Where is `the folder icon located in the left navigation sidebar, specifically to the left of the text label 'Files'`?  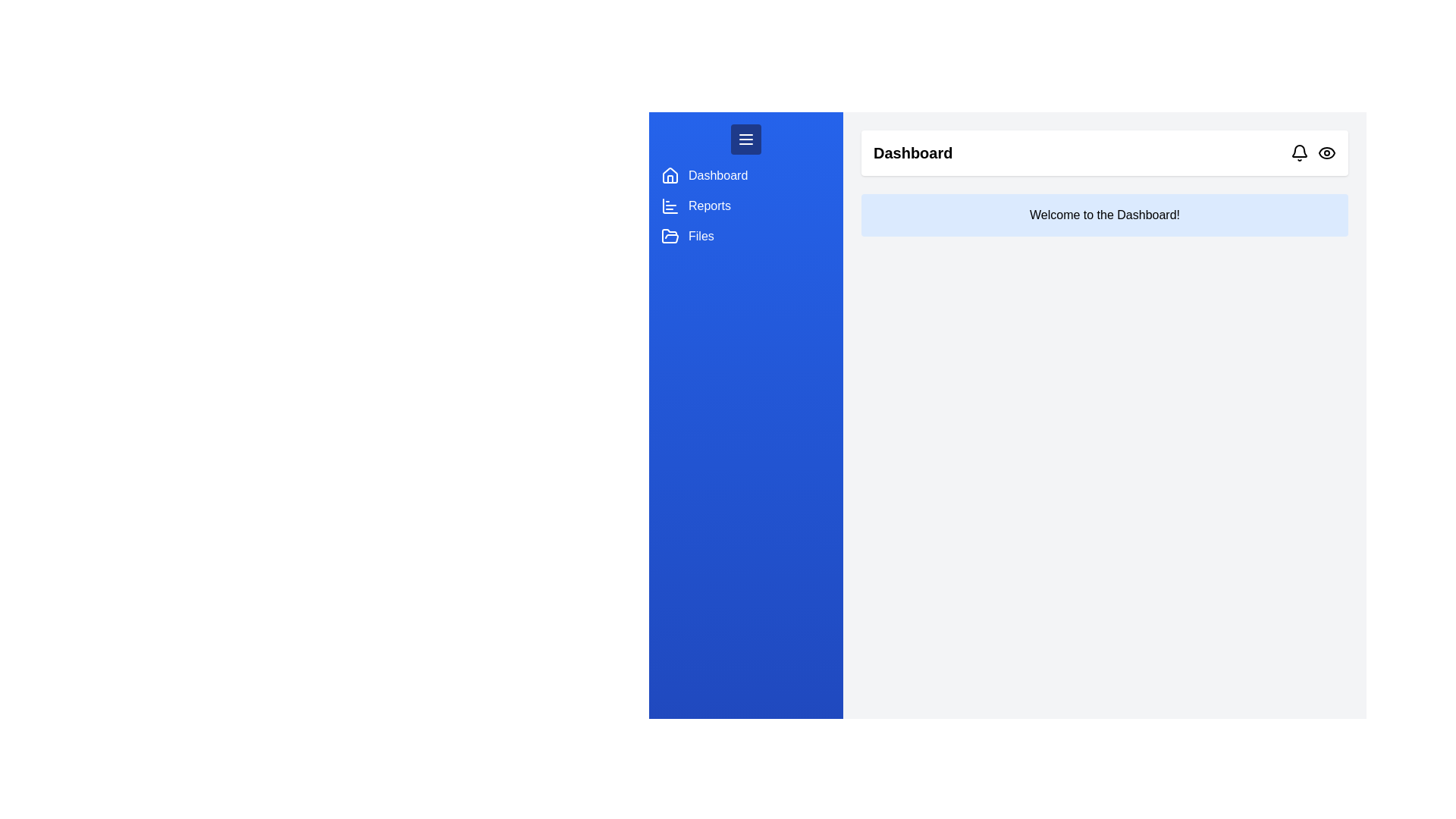 the folder icon located in the left navigation sidebar, specifically to the left of the text label 'Files' is located at coordinates (669, 236).